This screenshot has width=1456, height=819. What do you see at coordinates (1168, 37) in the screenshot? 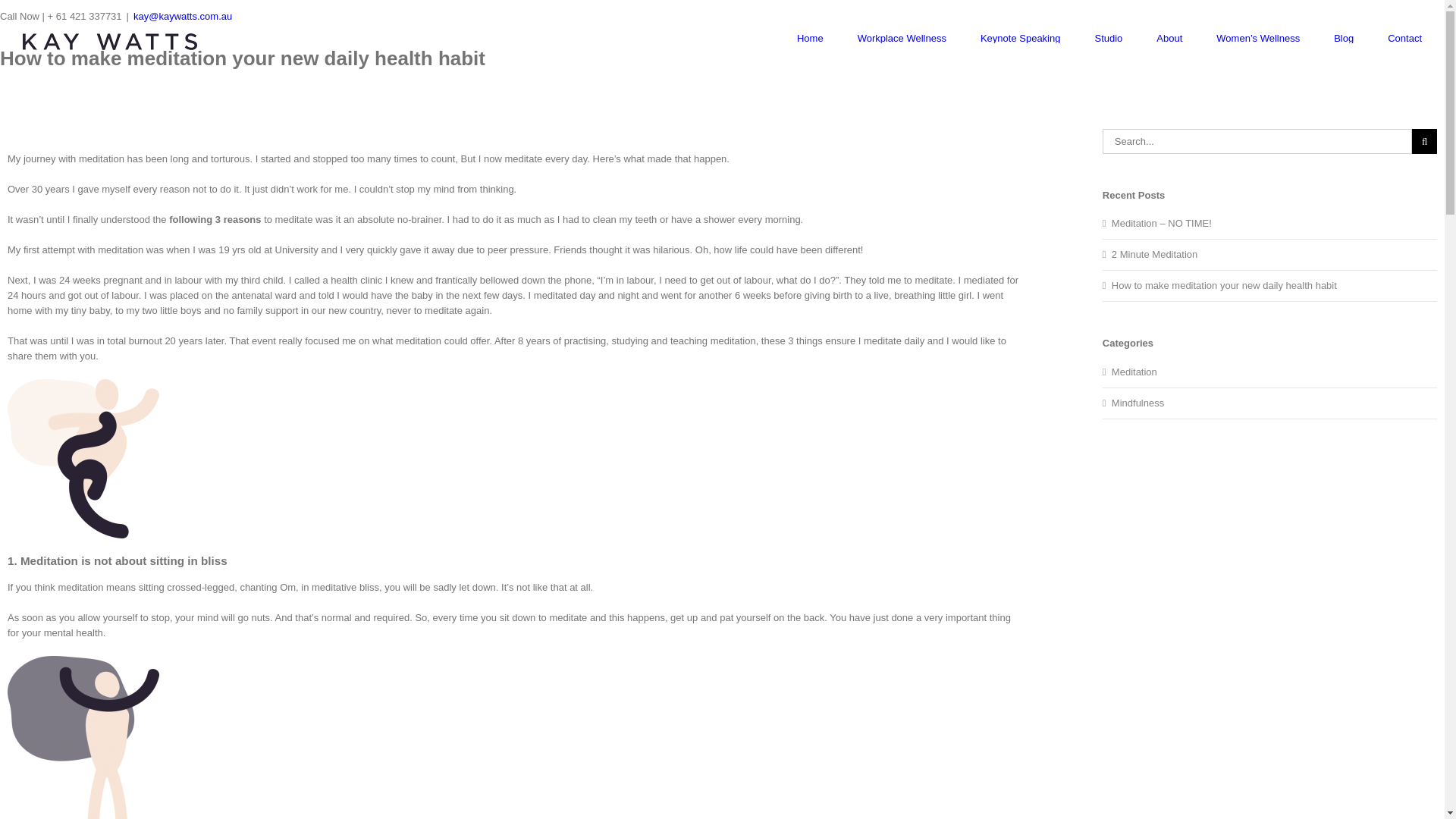
I see `'About'` at bounding box center [1168, 37].